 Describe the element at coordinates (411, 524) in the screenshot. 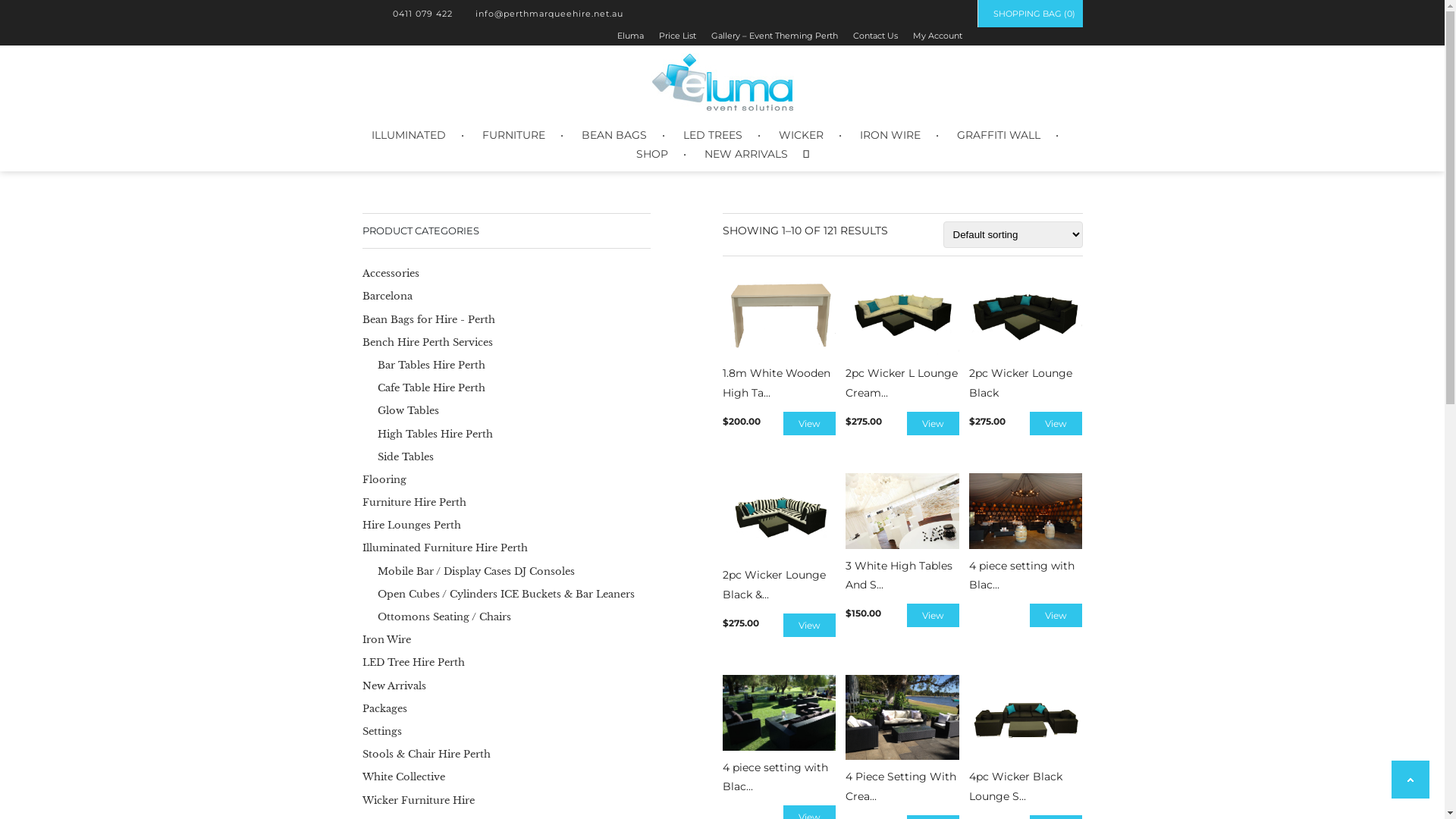

I see `'Hire Lounges Perth'` at that location.